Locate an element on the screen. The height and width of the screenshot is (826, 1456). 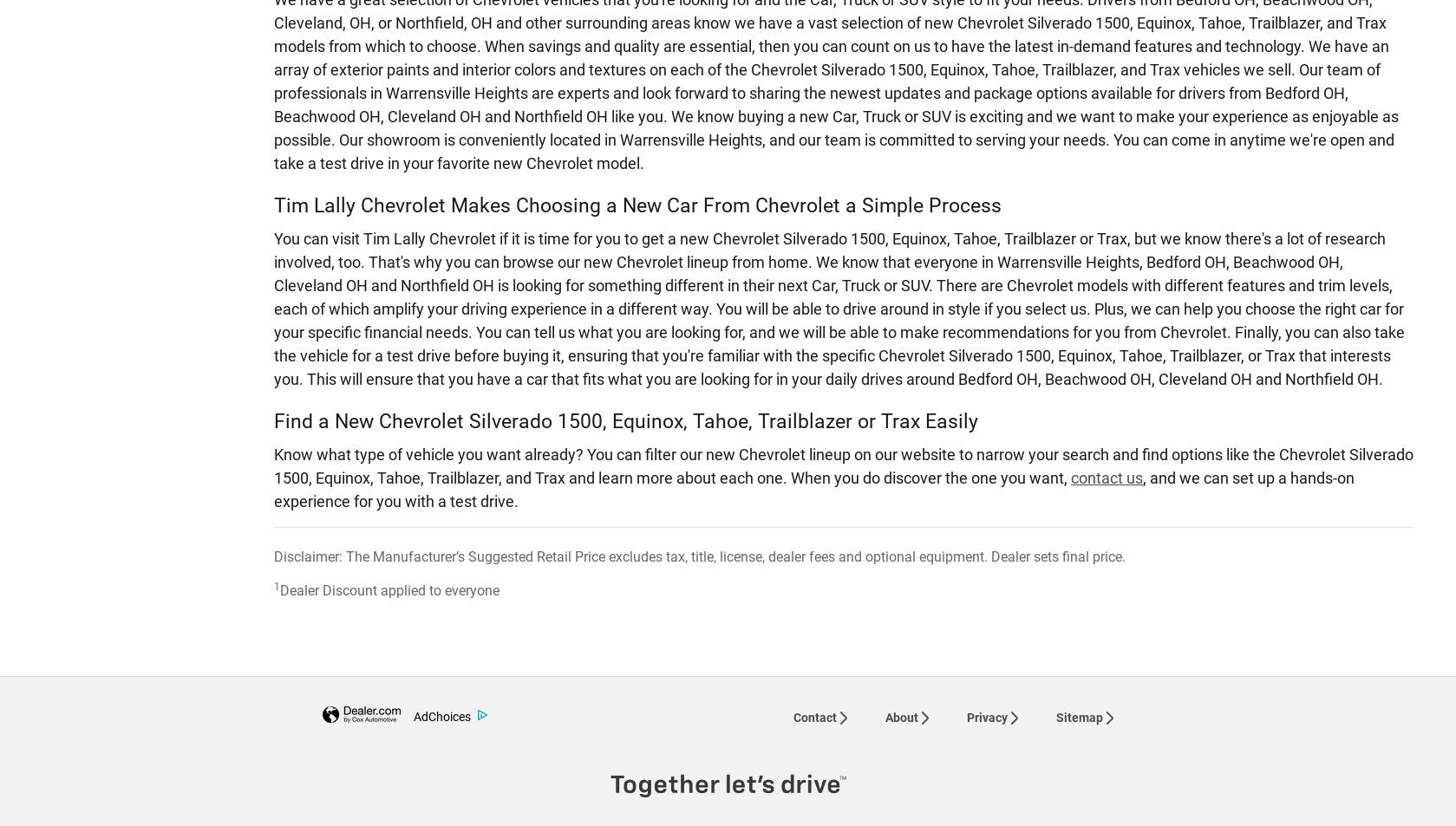
'Find a New Chevrolet Silverado 1500, Equinox, Tahoe, Trailblazer or Trax Easily' is located at coordinates (625, 420).